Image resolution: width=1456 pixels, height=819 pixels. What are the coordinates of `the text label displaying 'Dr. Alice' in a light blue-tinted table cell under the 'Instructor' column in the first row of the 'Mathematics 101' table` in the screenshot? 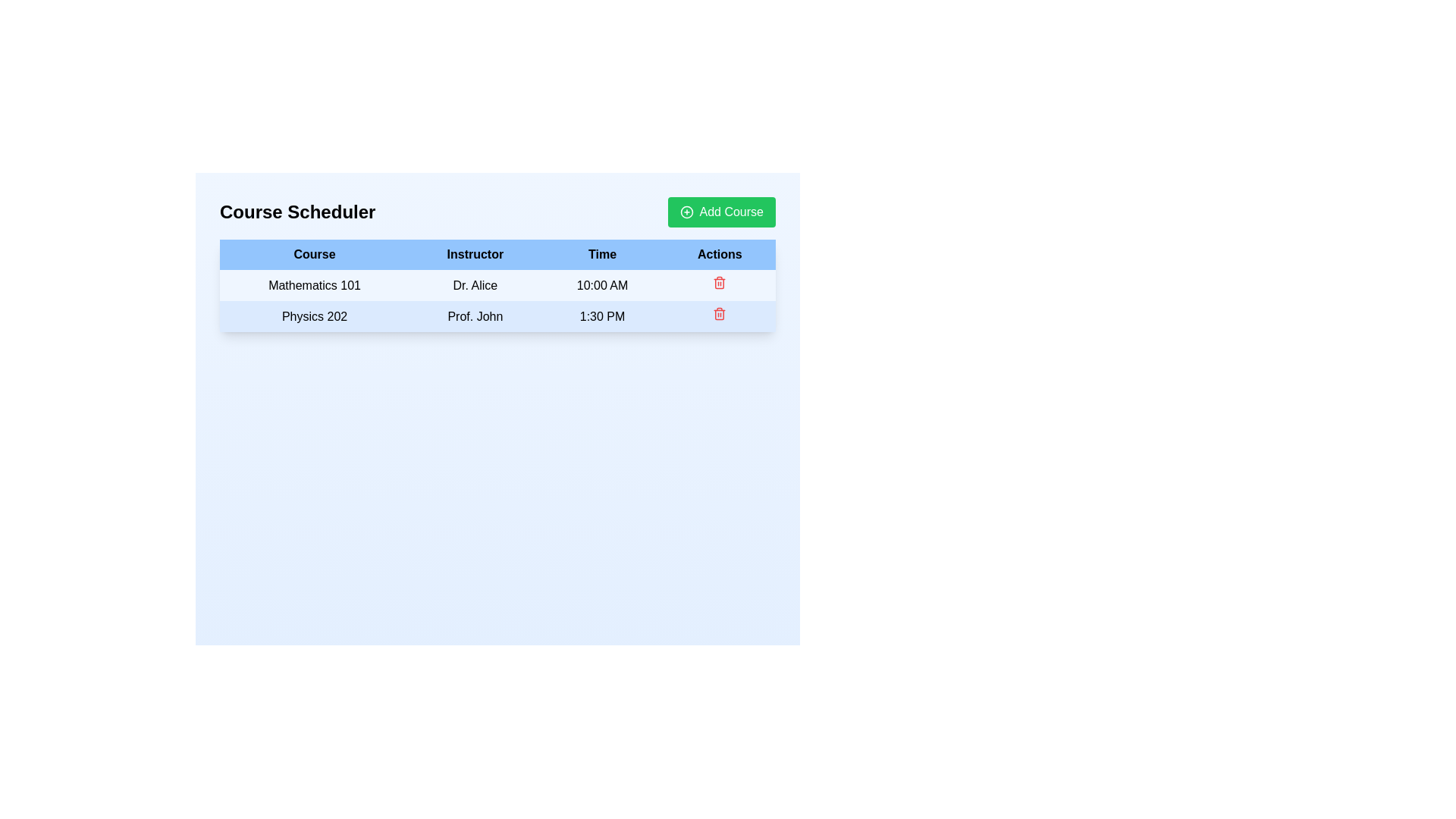 It's located at (474, 285).